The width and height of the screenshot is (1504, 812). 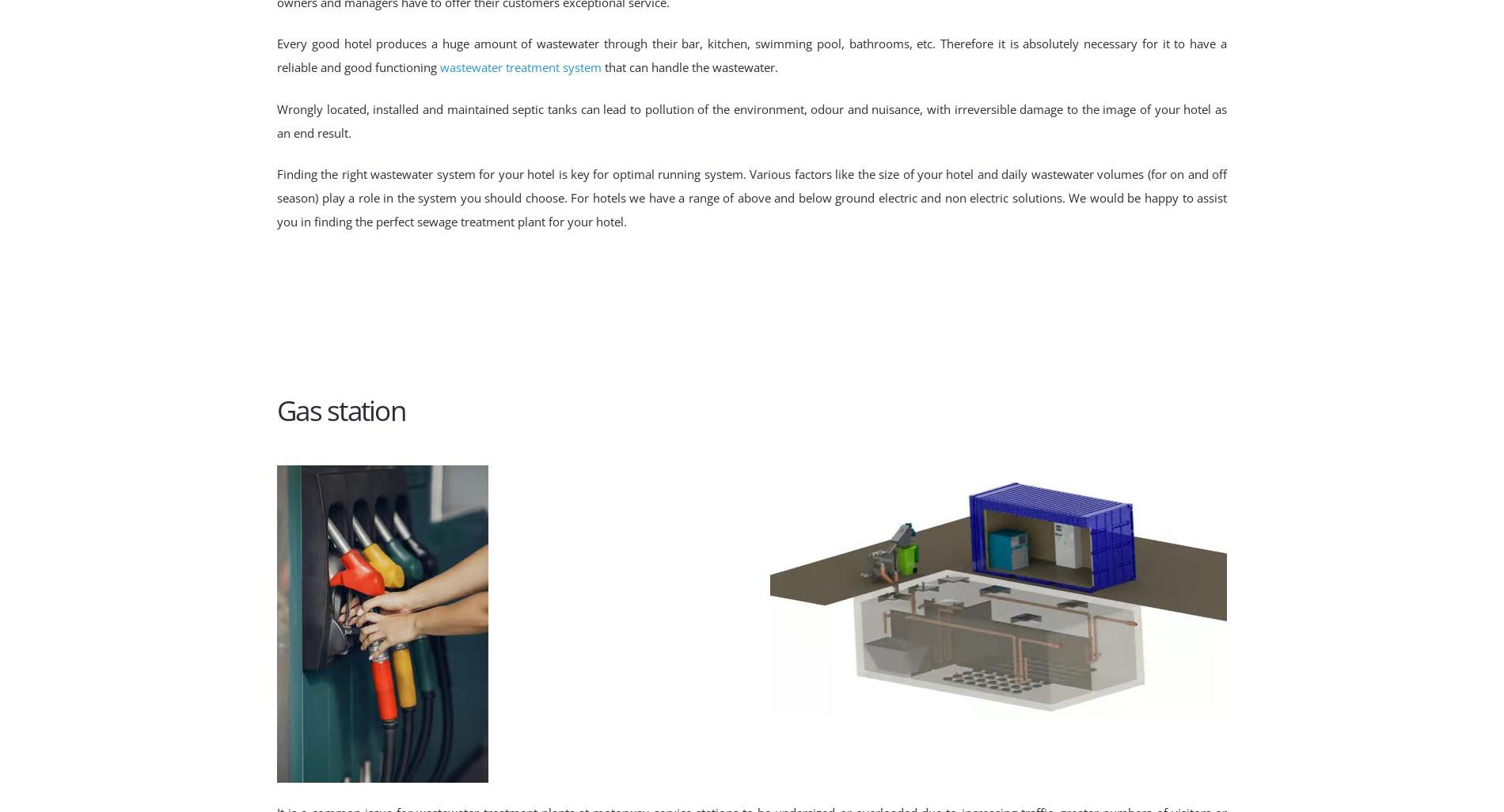 I want to click on 'ptimal running system. Various factors like', so click(x=737, y=173).